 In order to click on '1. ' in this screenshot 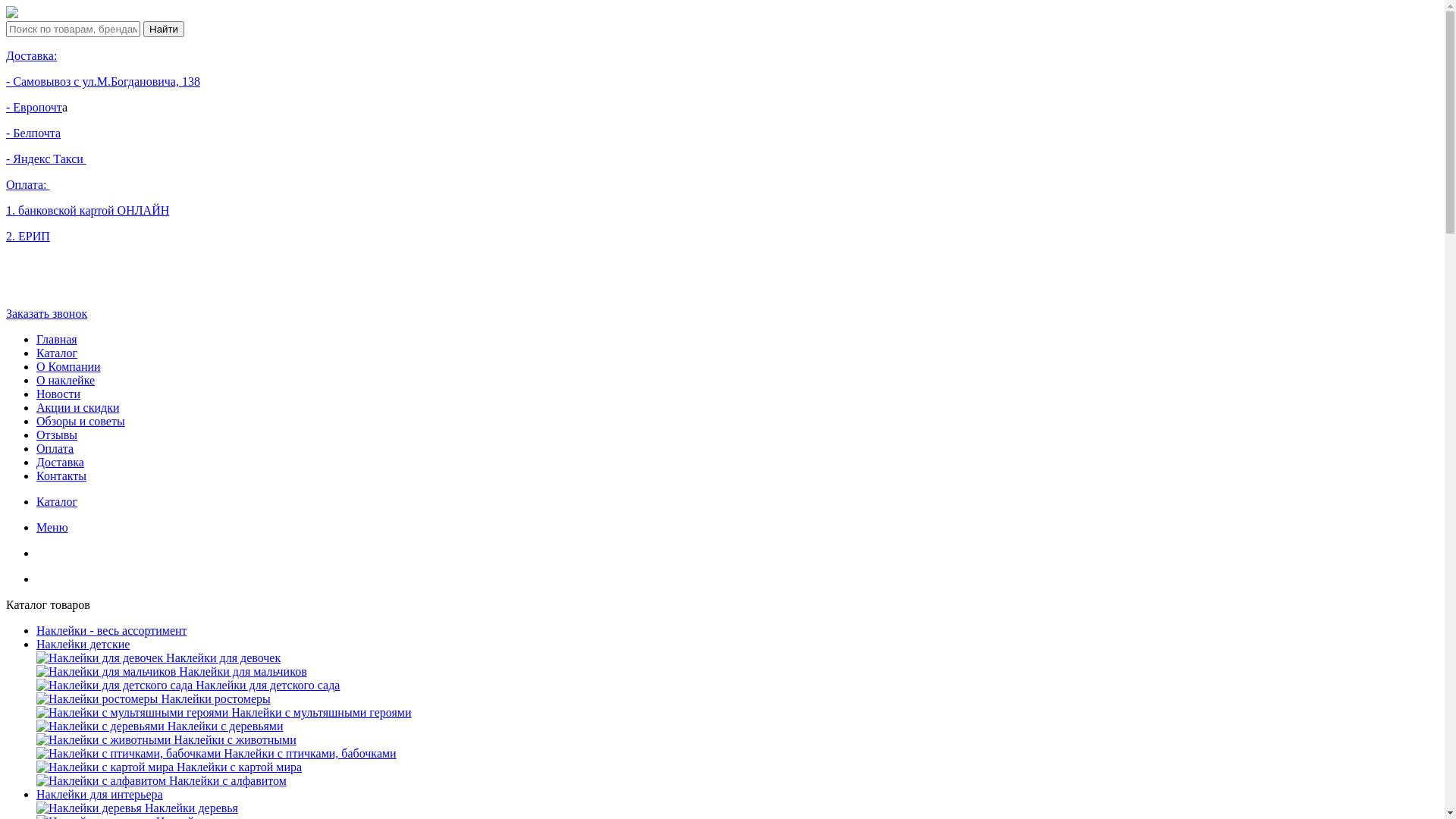, I will do `click(11, 210)`.